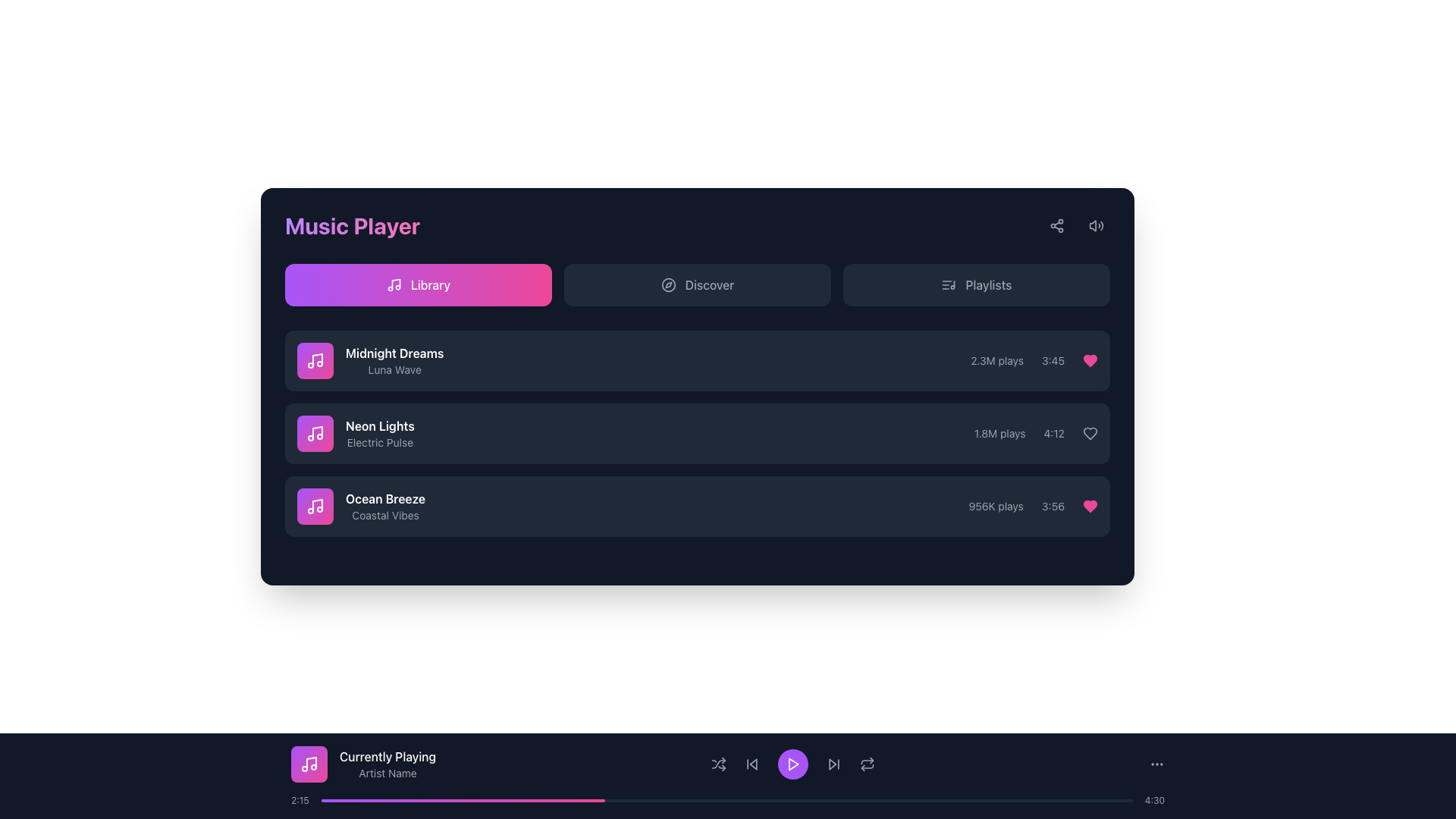  I want to click on the sharing or networking icon located in the top-right corner of the primary interface, next to the sound icon, so click(1056, 225).